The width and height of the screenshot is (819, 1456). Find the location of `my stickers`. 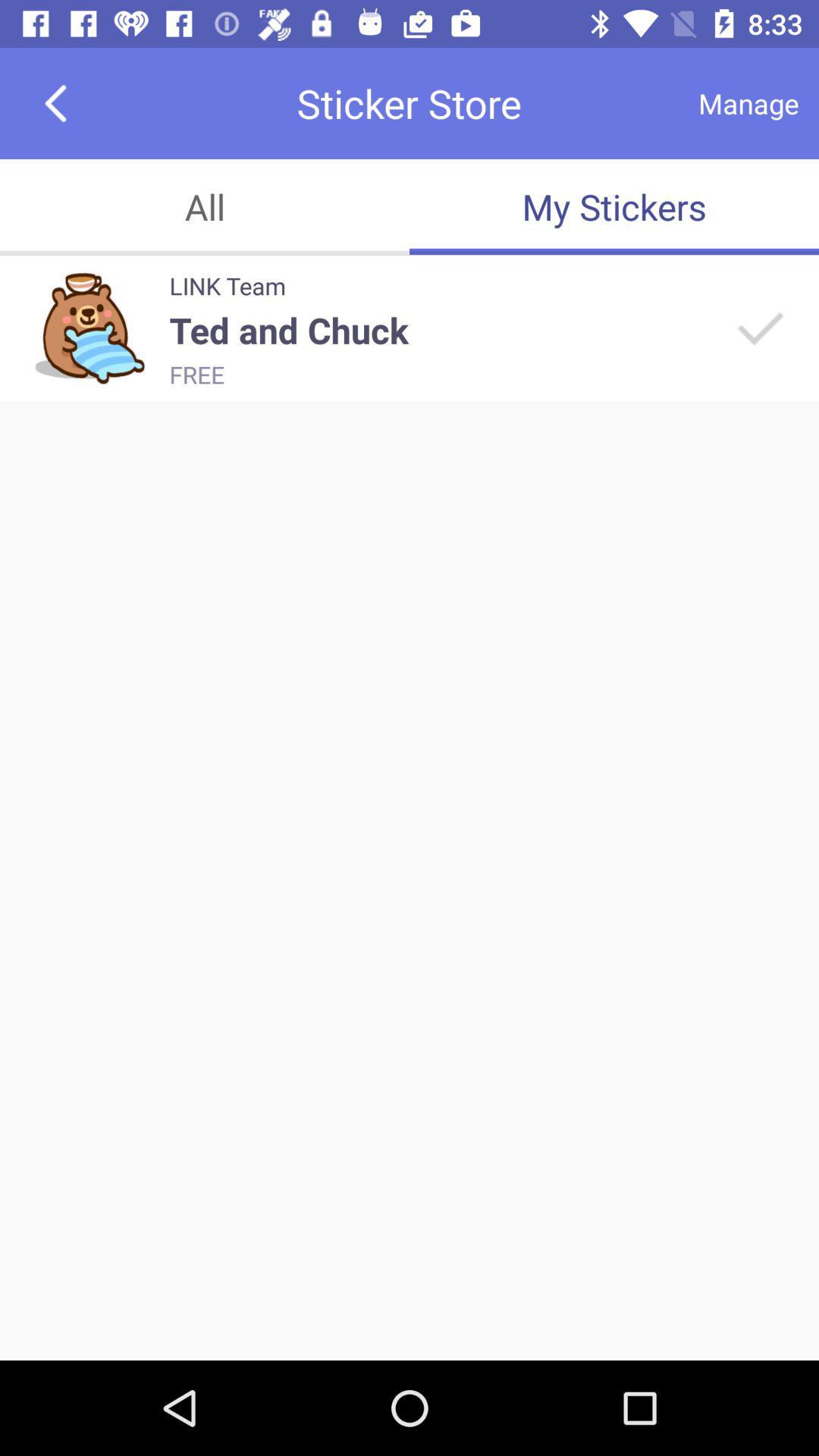

my stickers is located at coordinates (614, 206).